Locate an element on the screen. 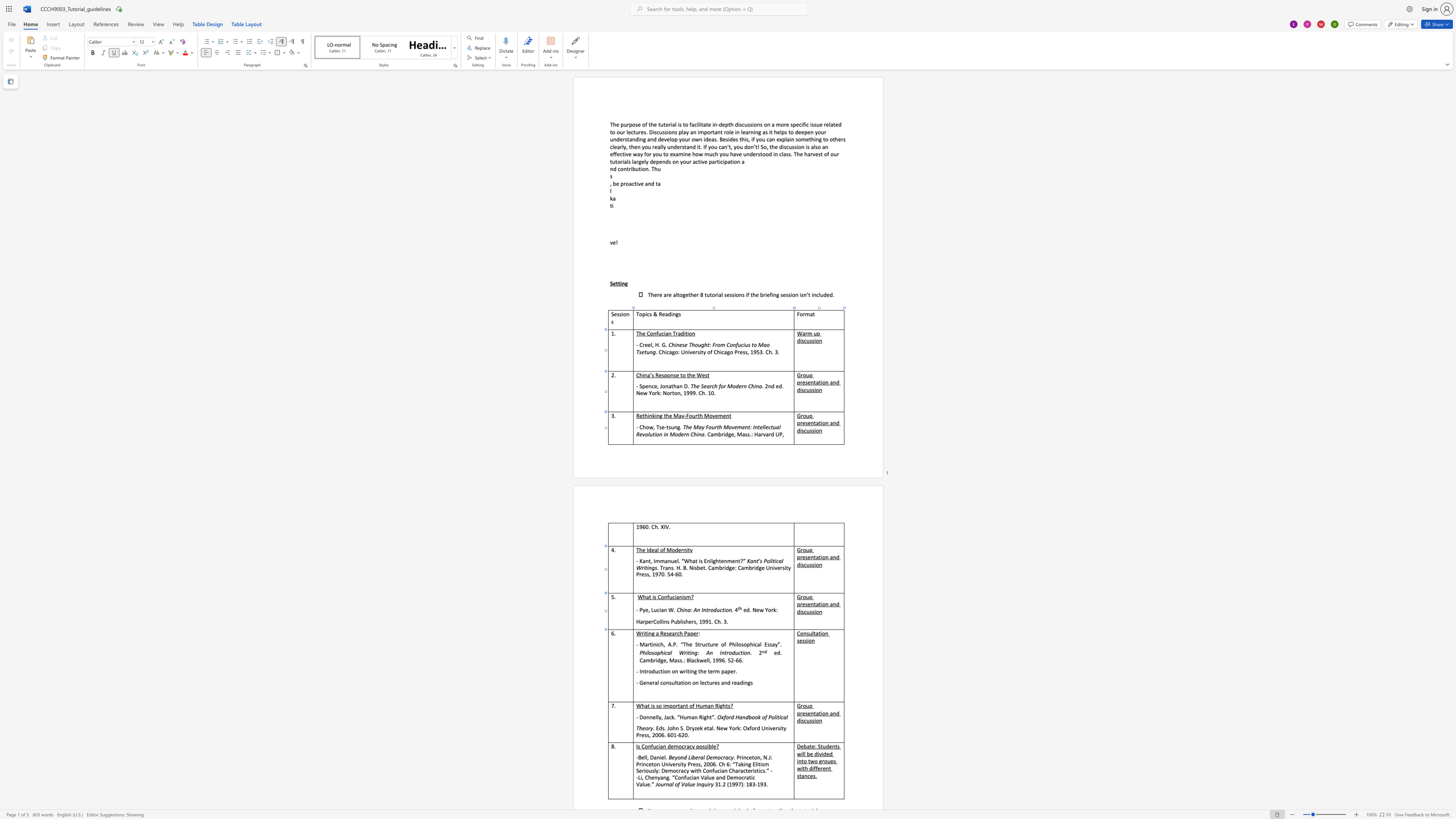  the space between the continuous character "e" and "," in the text is located at coordinates (647, 610).